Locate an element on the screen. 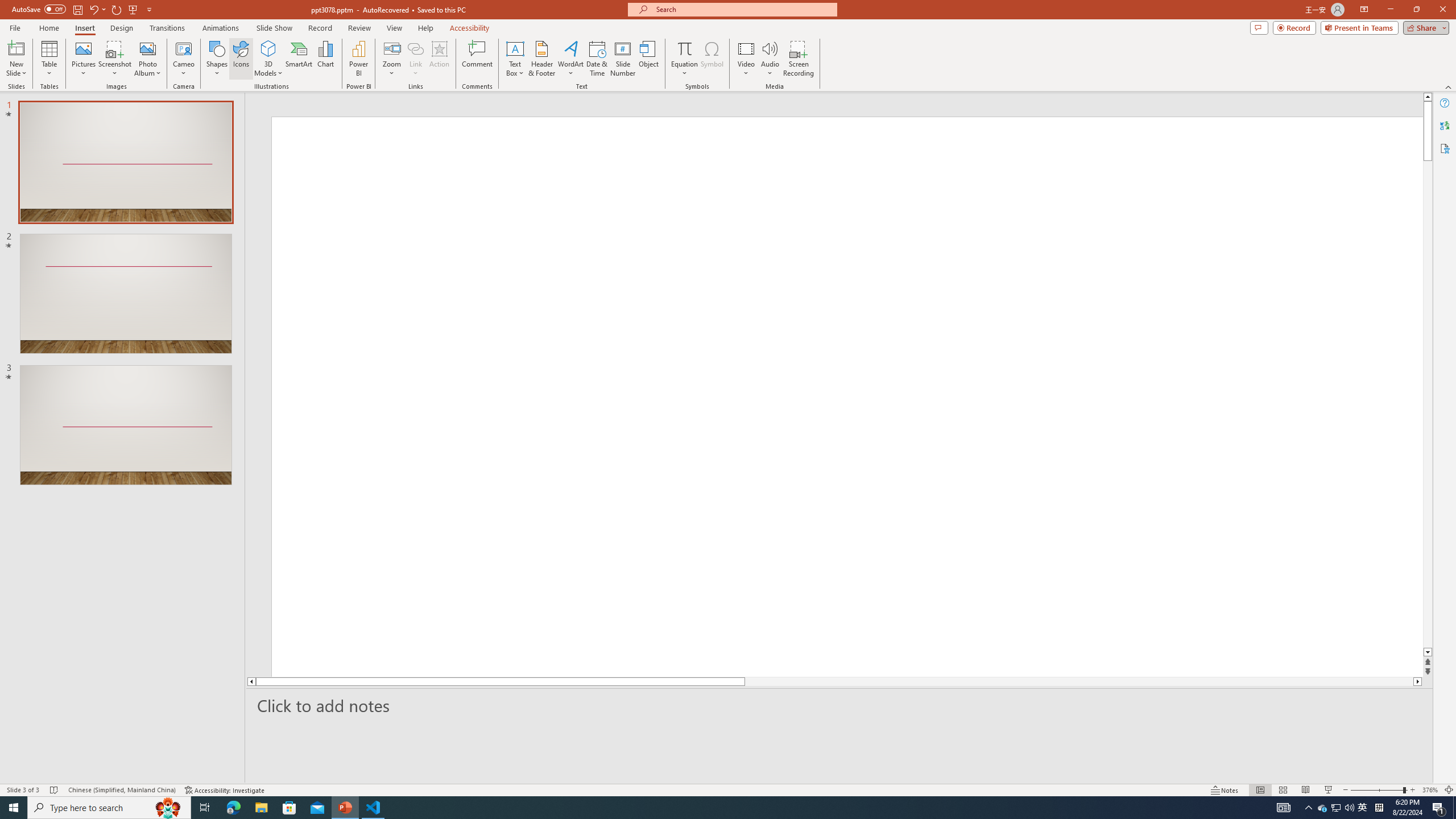  'Chart...' is located at coordinates (325, 59).